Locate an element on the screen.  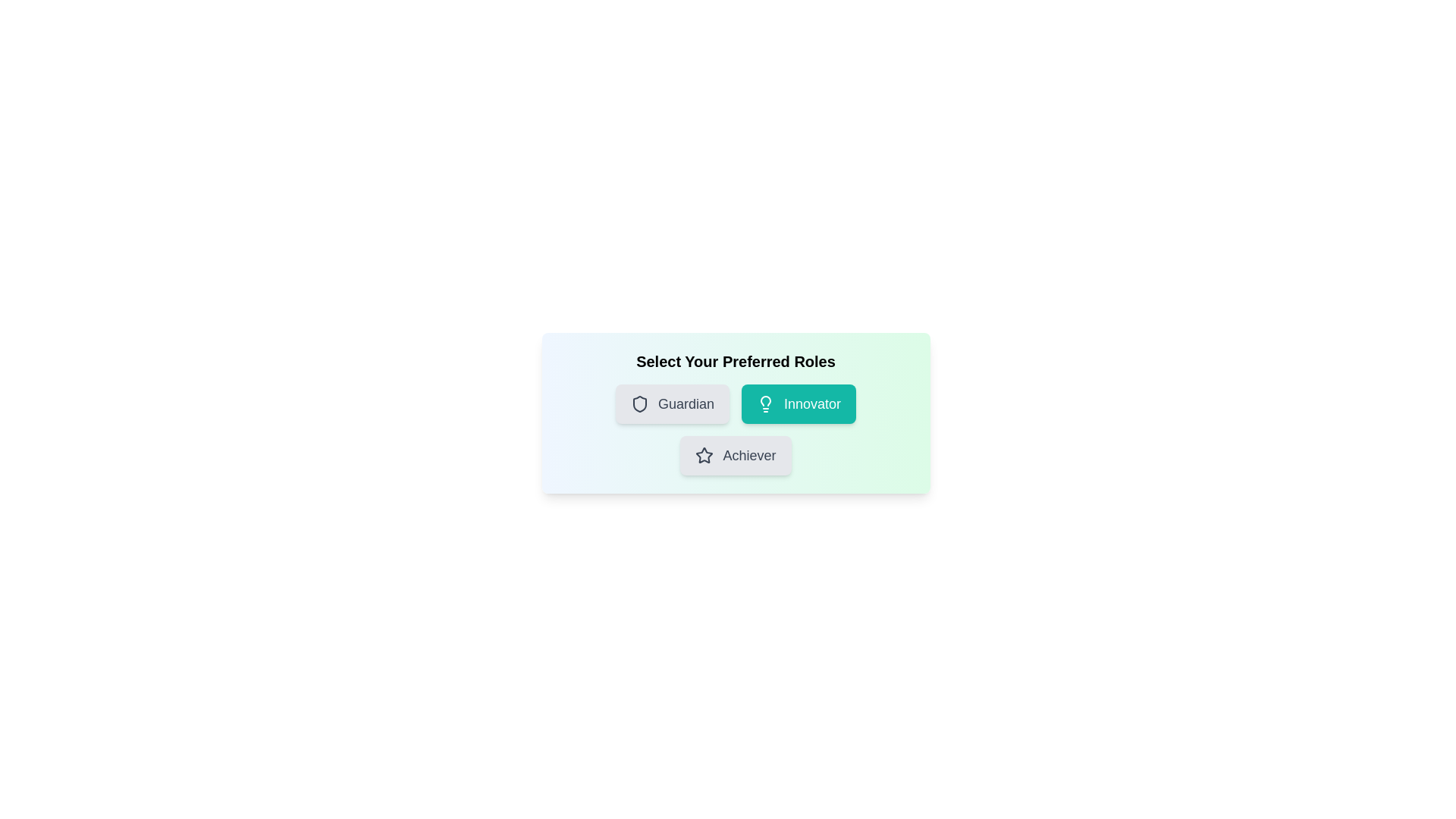
the role card Guardian is located at coordinates (672, 403).